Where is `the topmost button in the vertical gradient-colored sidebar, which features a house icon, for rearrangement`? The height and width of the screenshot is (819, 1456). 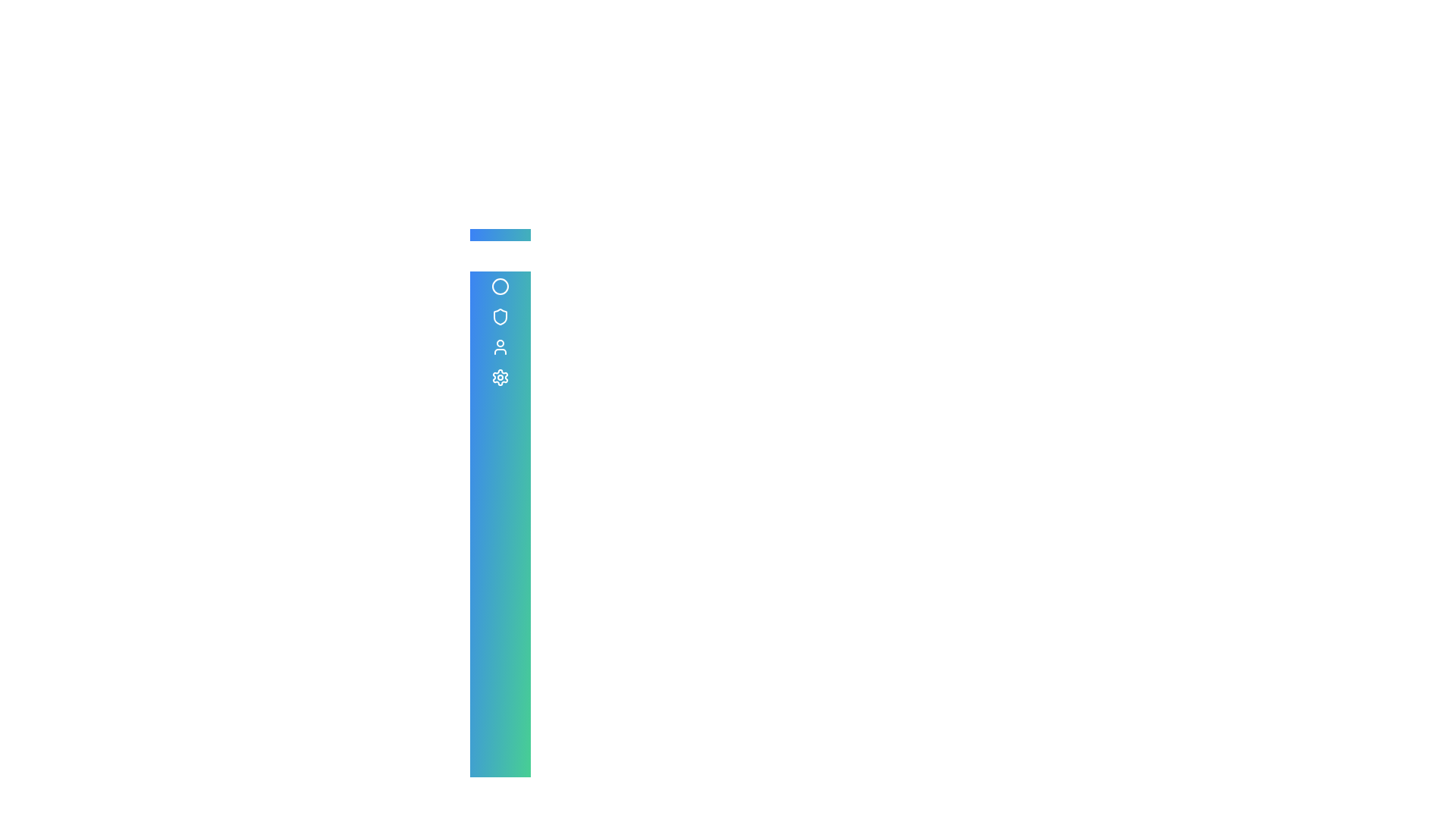
the topmost button in the vertical gradient-colored sidebar, which features a house icon, for rearrangement is located at coordinates (500, 256).